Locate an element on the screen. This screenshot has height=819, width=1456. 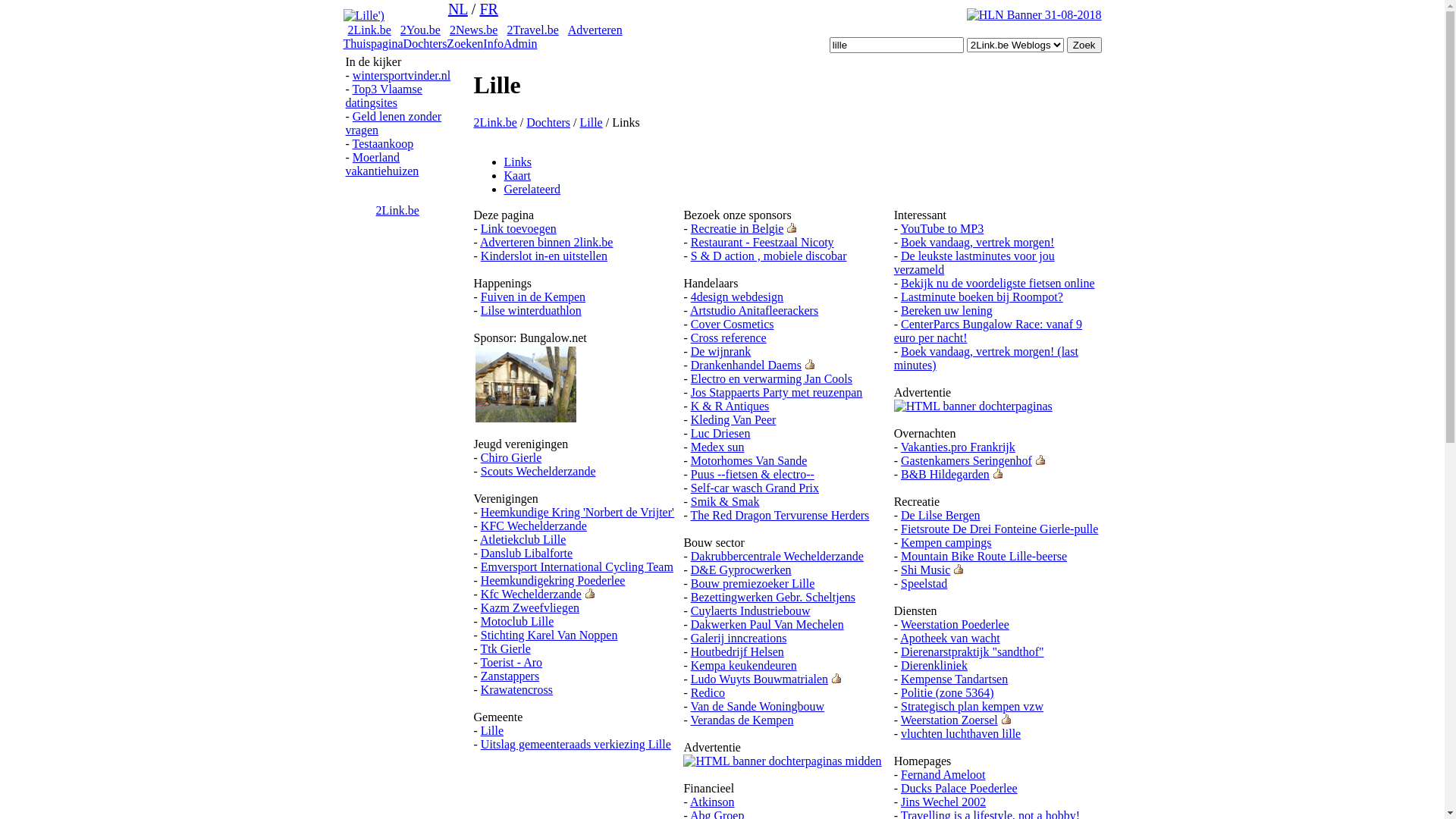
'2Travel.be' is located at coordinates (506, 30).